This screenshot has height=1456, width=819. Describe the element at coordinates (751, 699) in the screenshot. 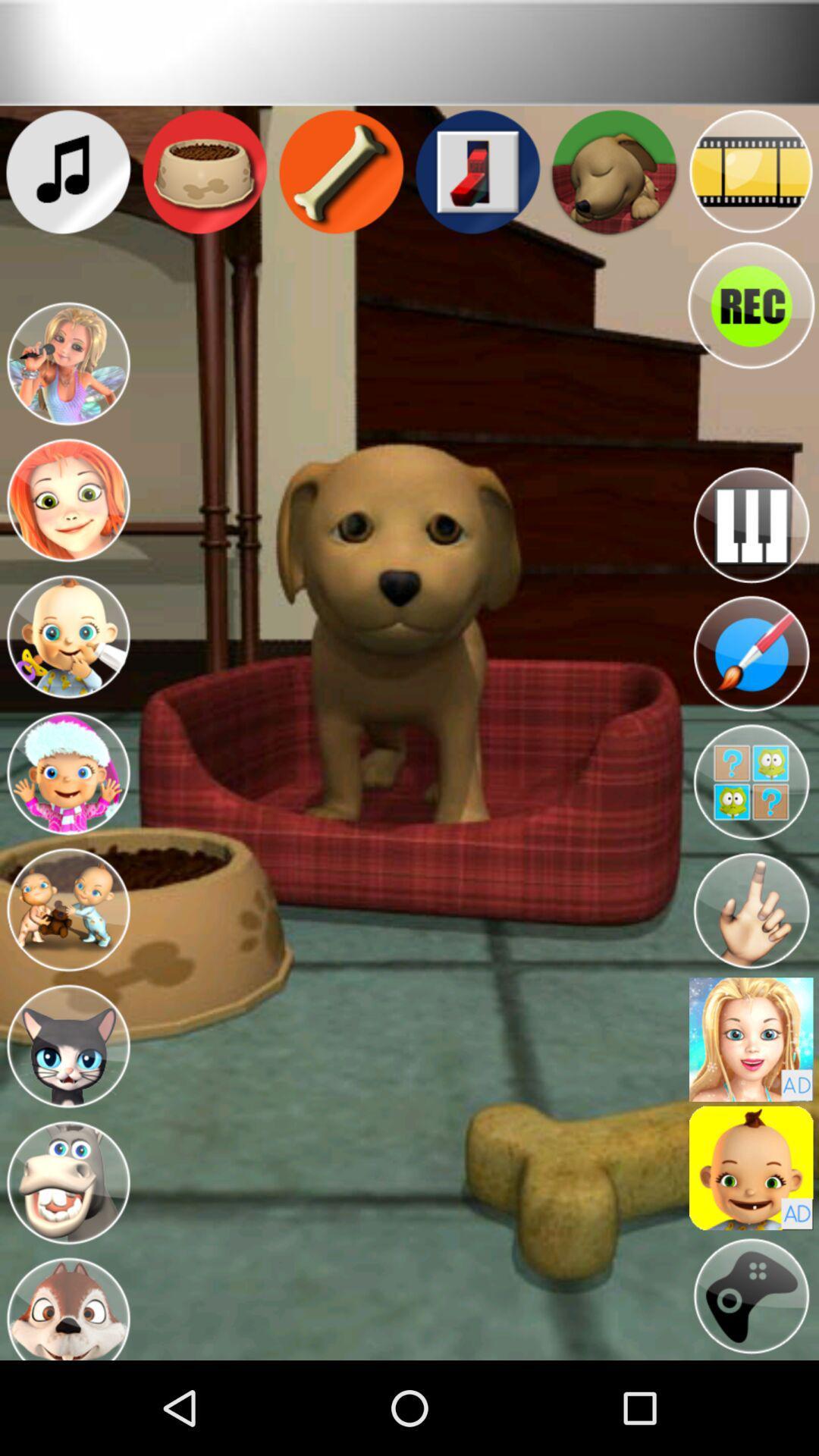

I see `the edit icon` at that location.